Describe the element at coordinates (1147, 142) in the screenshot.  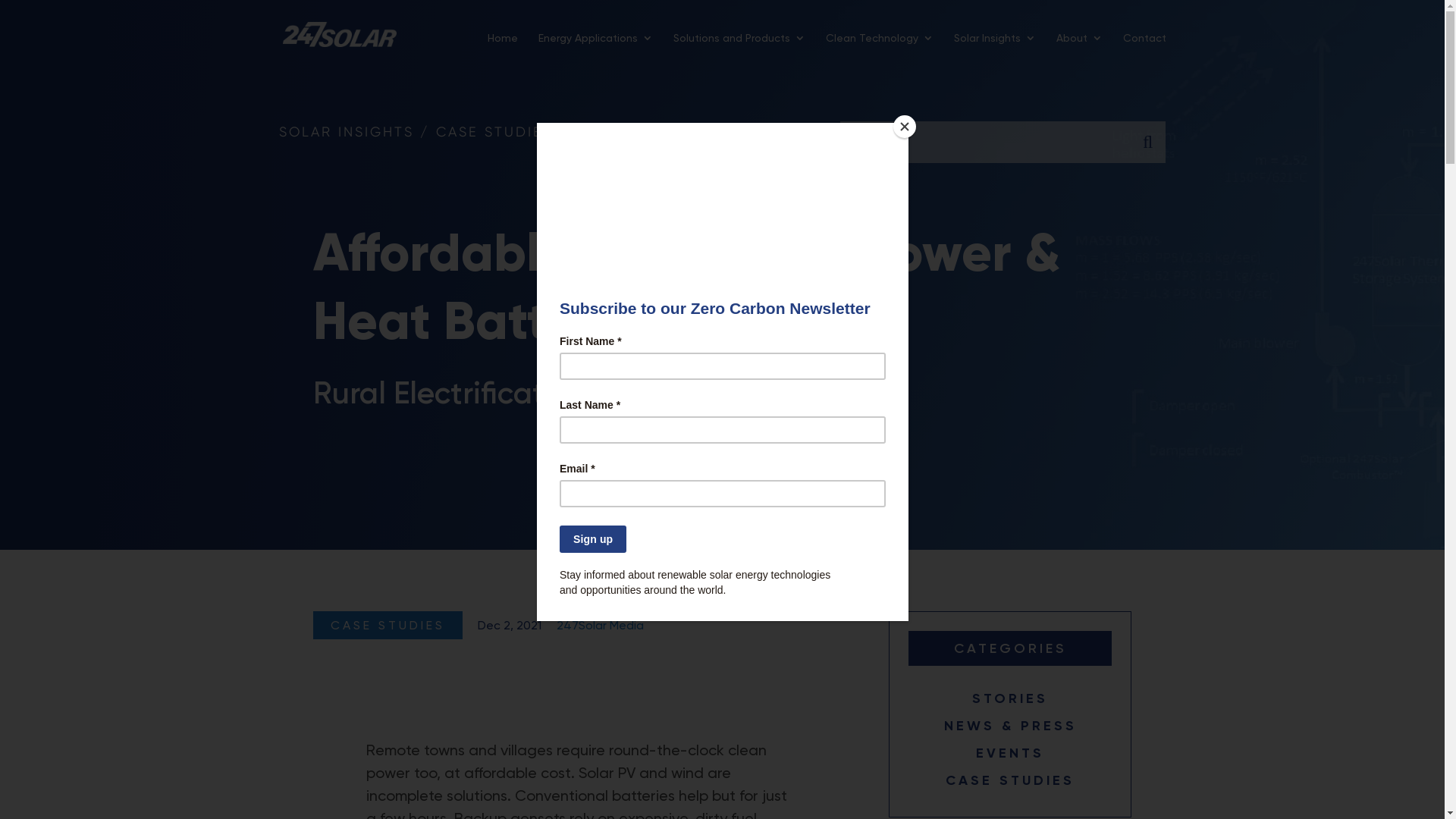
I see `'Search'` at that location.